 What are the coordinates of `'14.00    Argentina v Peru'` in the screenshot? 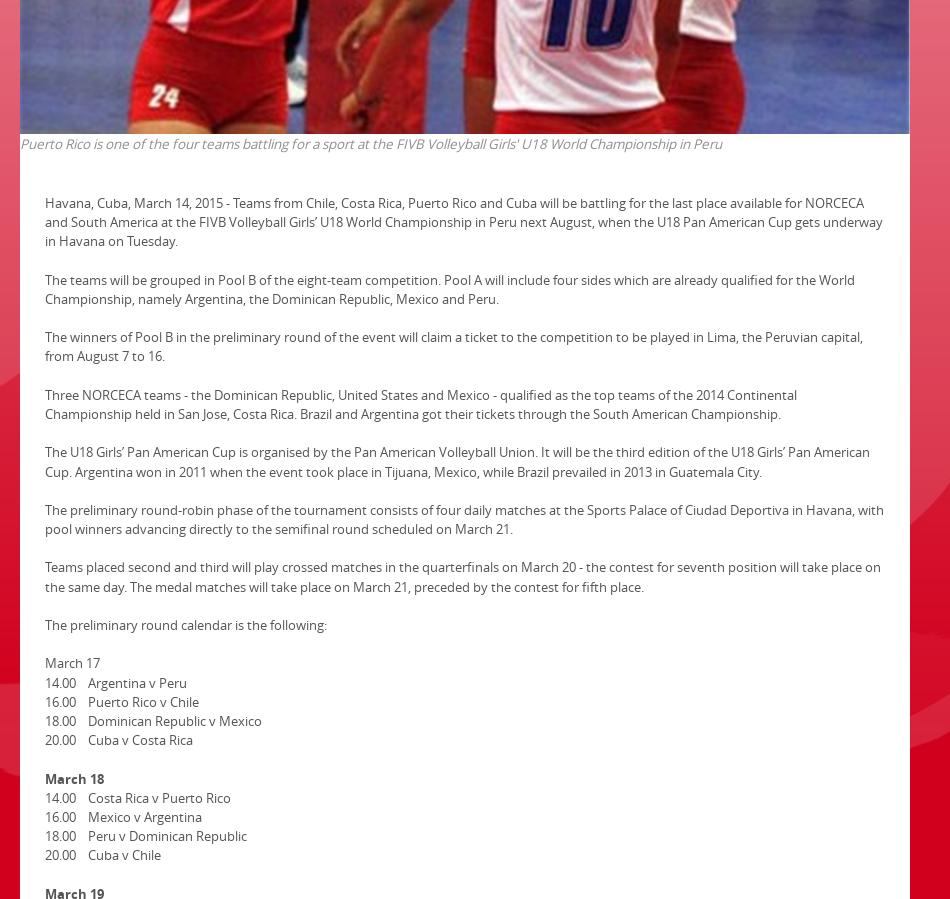 It's located at (45, 680).